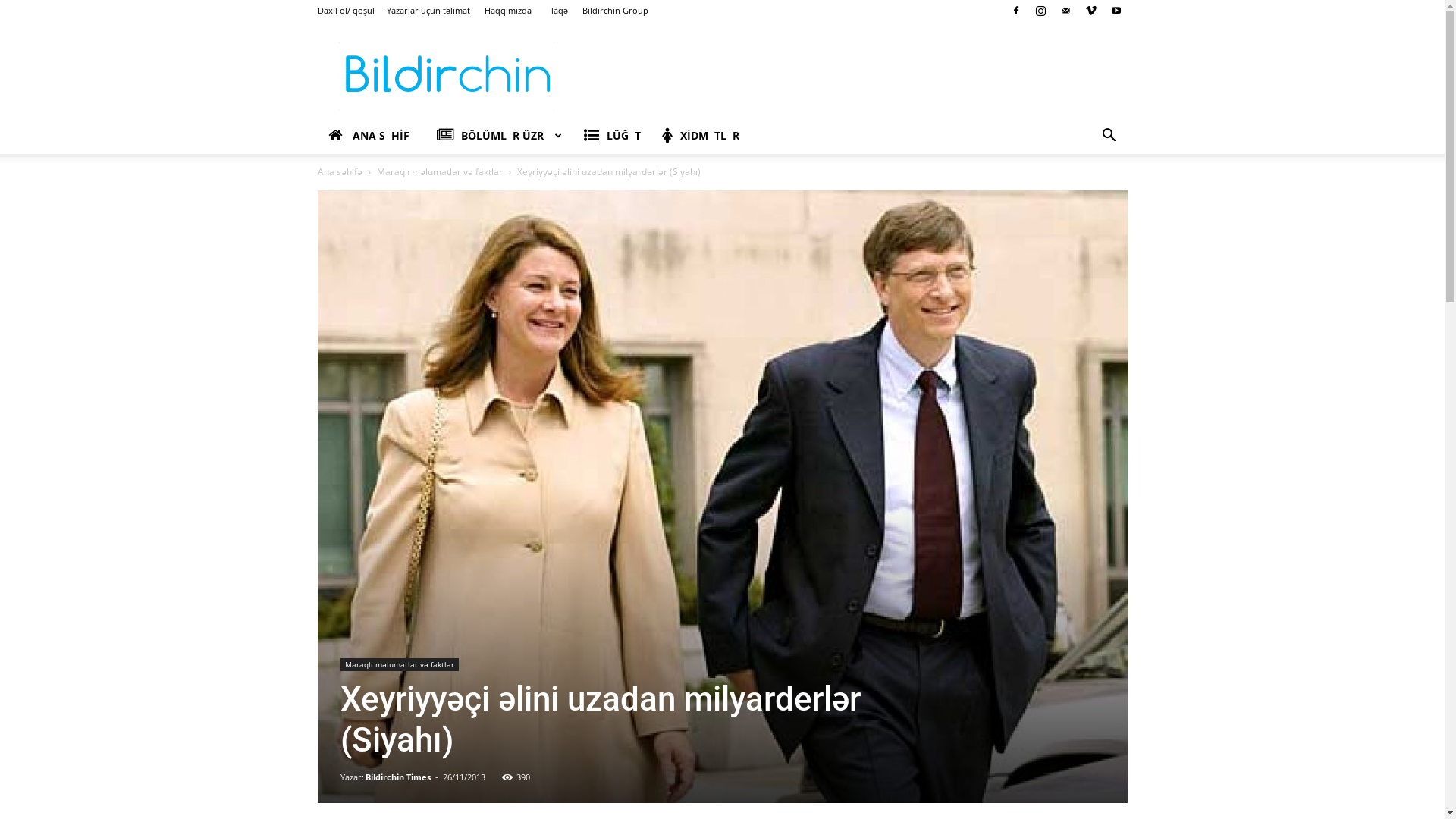  What do you see at coordinates (1103, 11) in the screenshot?
I see `'Youtube'` at bounding box center [1103, 11].